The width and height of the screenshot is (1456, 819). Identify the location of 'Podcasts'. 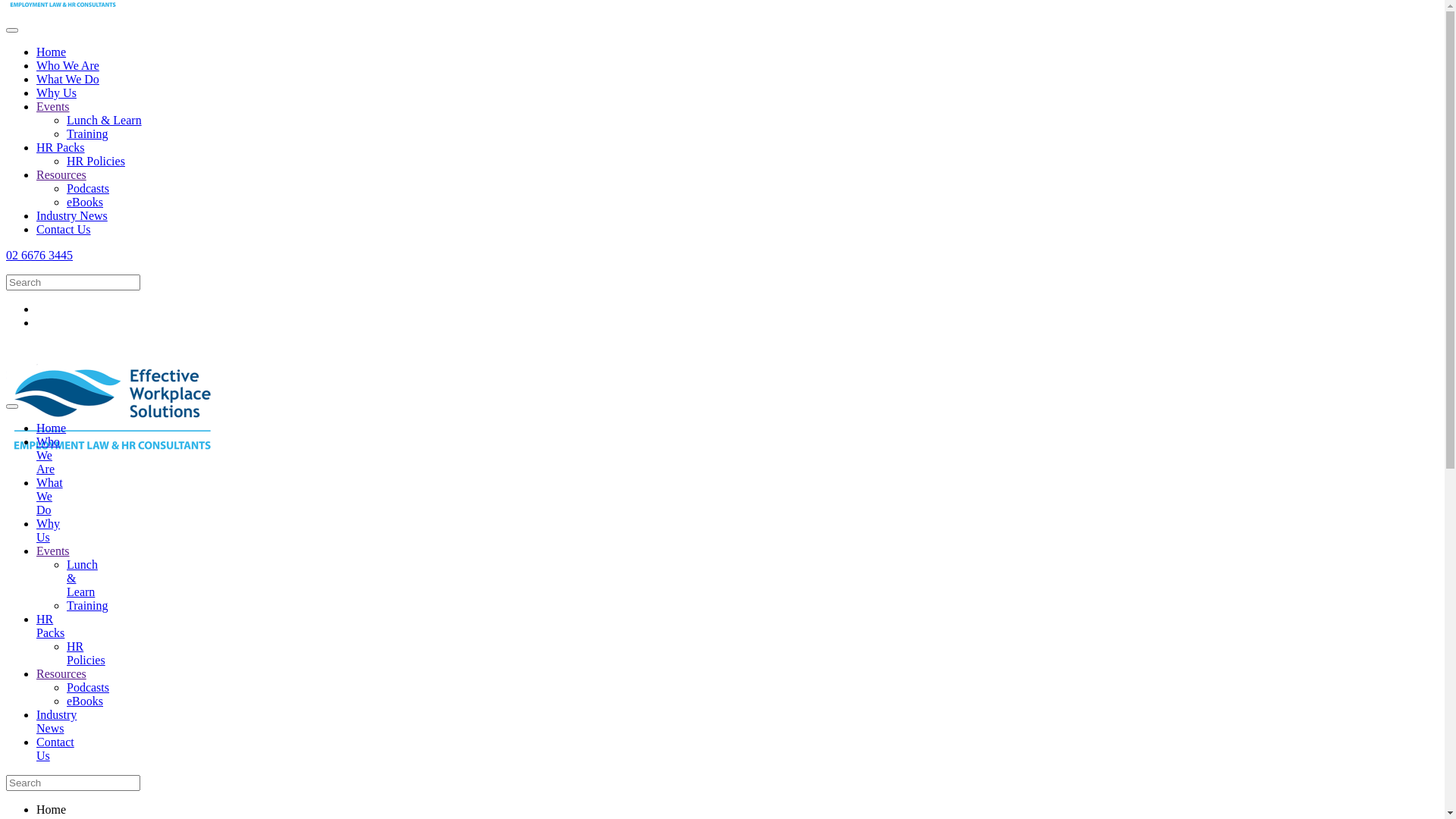
(86, 687).